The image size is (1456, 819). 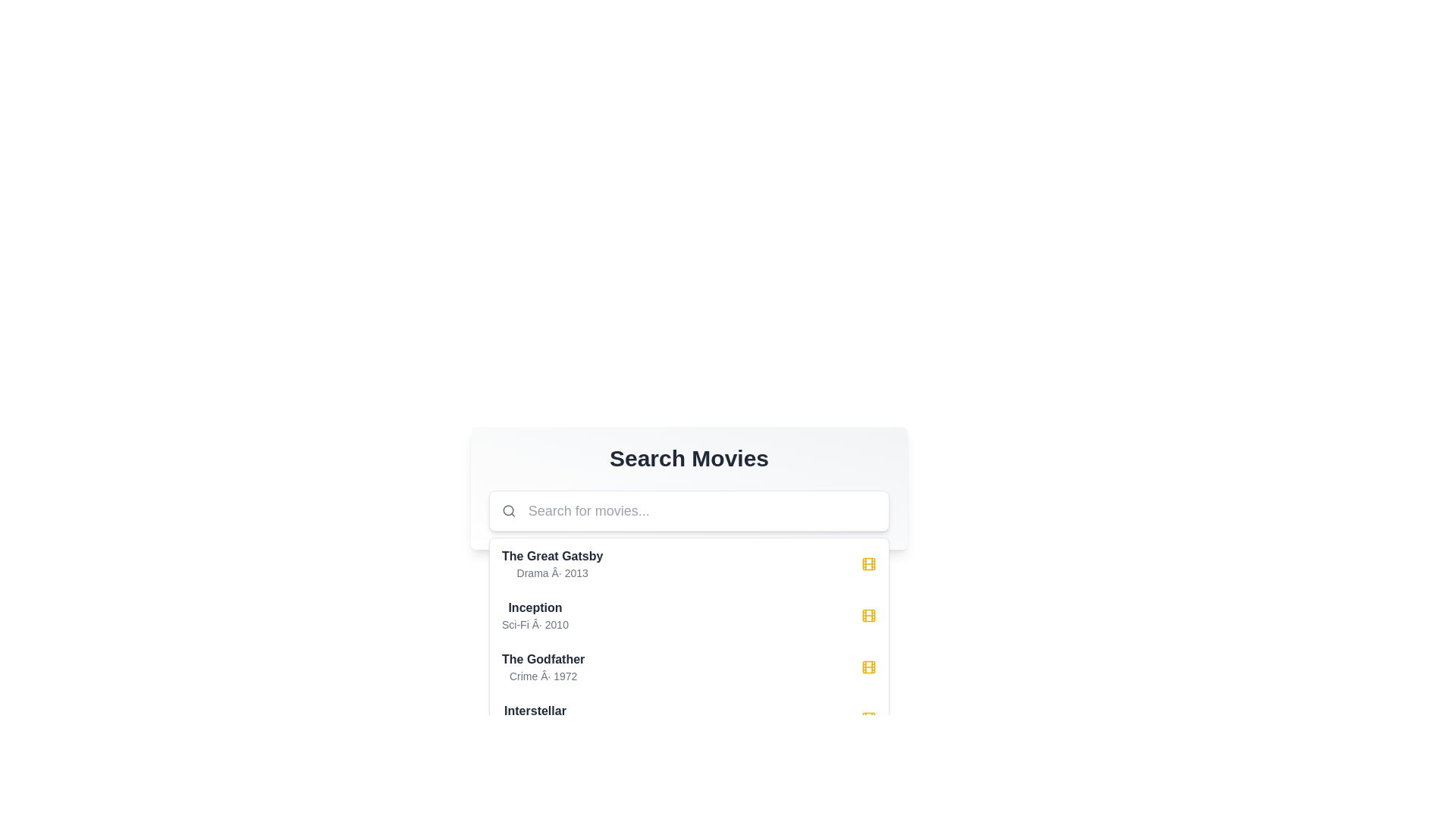 I want to click on the informational text display for the movie 'The Great Gatsby' located immediately below the title, so click(x=551, y=573).